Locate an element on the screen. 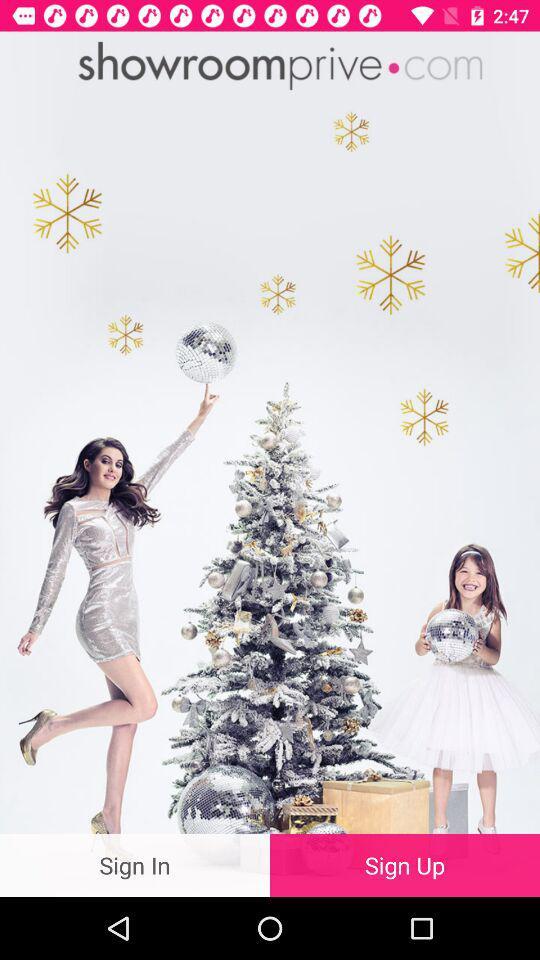  item to the right of sign in item is located at coordinates (405, 864).